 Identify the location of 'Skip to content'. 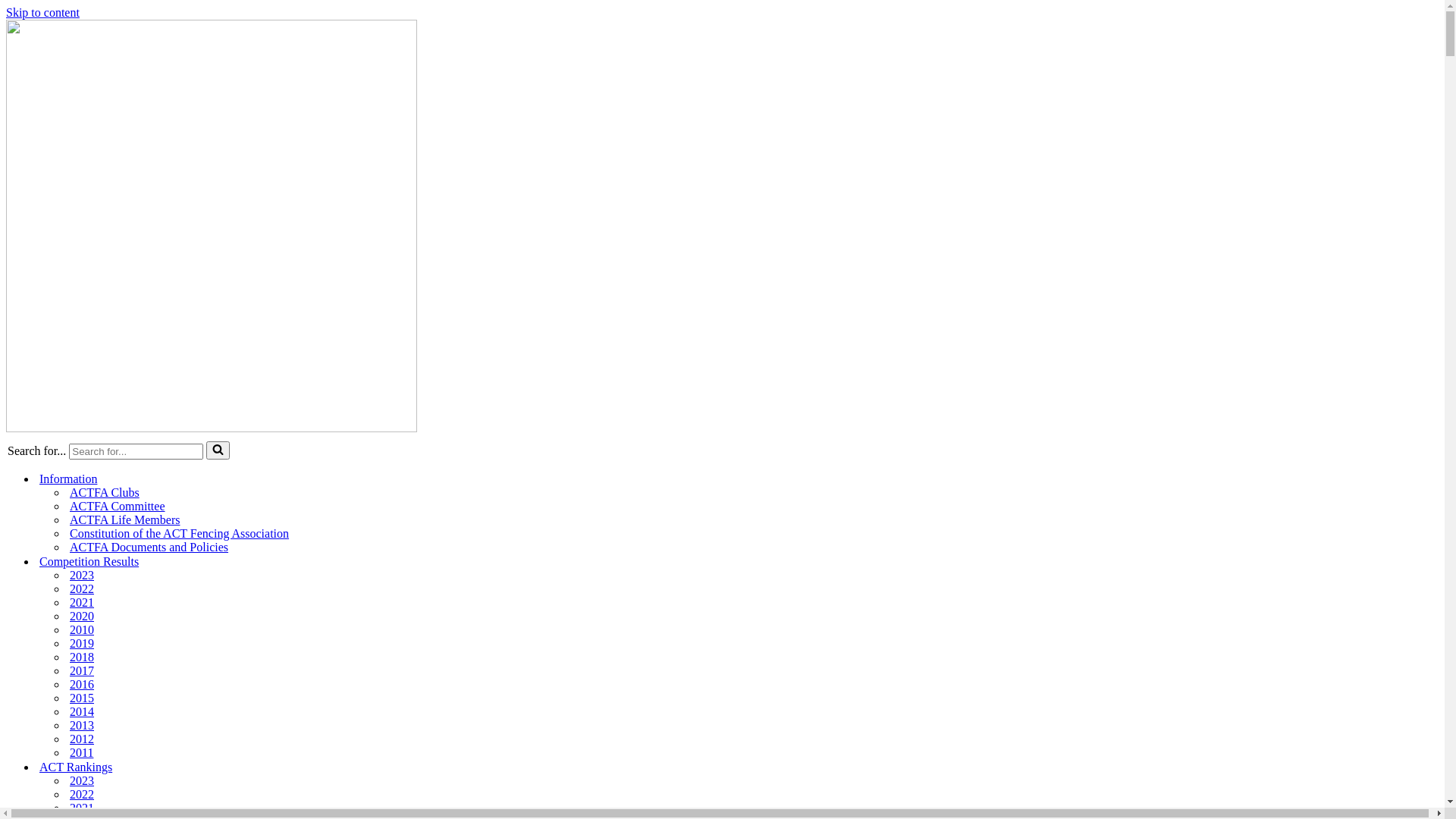
(42, 12).